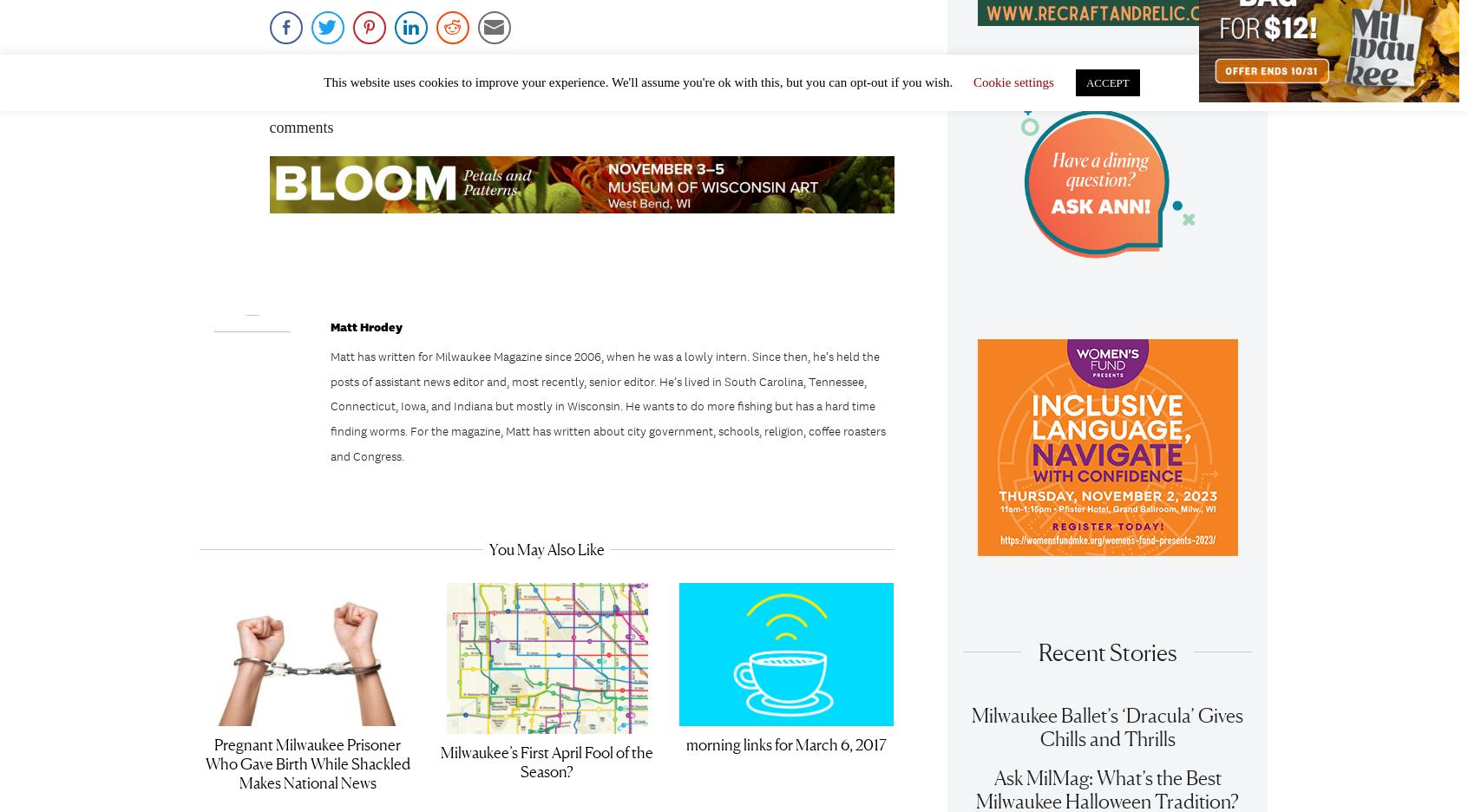  I want to click on 'Milwaukee’s First April Fool of the Season?', so click(440, 768).